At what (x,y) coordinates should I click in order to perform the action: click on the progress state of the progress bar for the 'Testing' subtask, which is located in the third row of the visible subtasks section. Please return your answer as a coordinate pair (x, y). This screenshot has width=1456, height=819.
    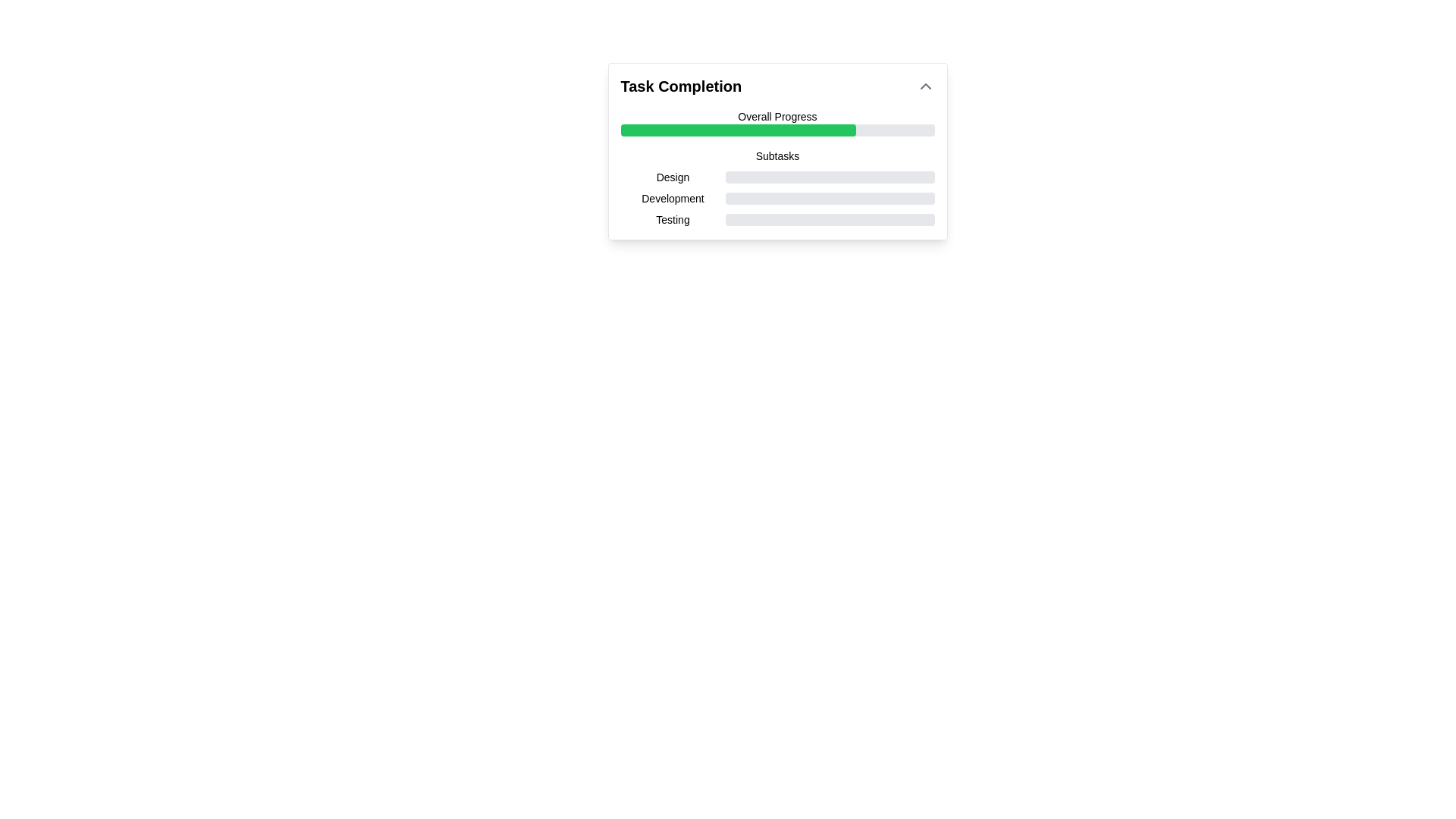
    Looking at the image, I should click on (829, 219).